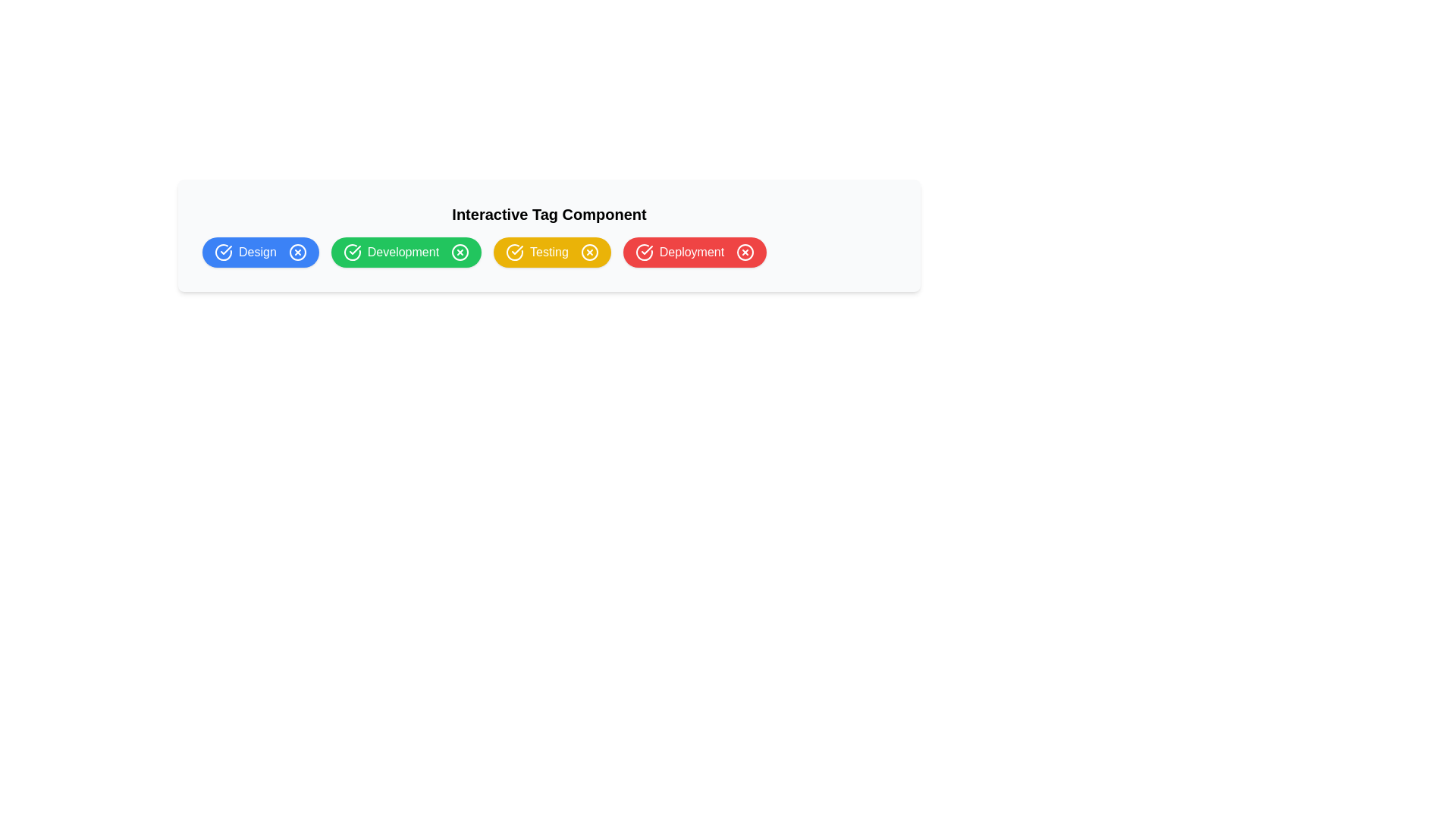  I want to click on the 'Deployment' button, which is the fourth button in a horizontal list of buttons, so click(694, 251).